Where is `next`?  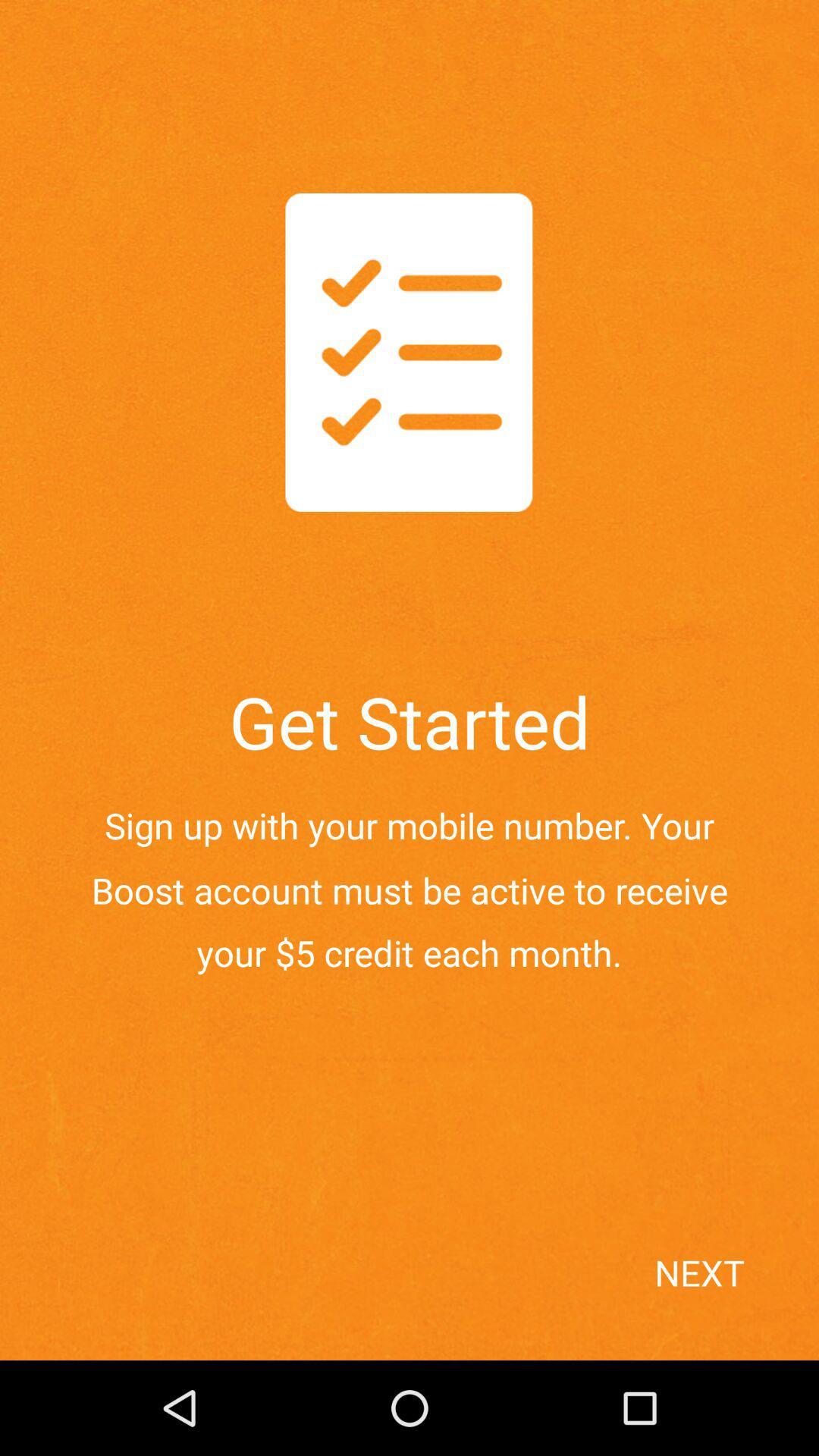
next is located at coordinates (730, 1299).